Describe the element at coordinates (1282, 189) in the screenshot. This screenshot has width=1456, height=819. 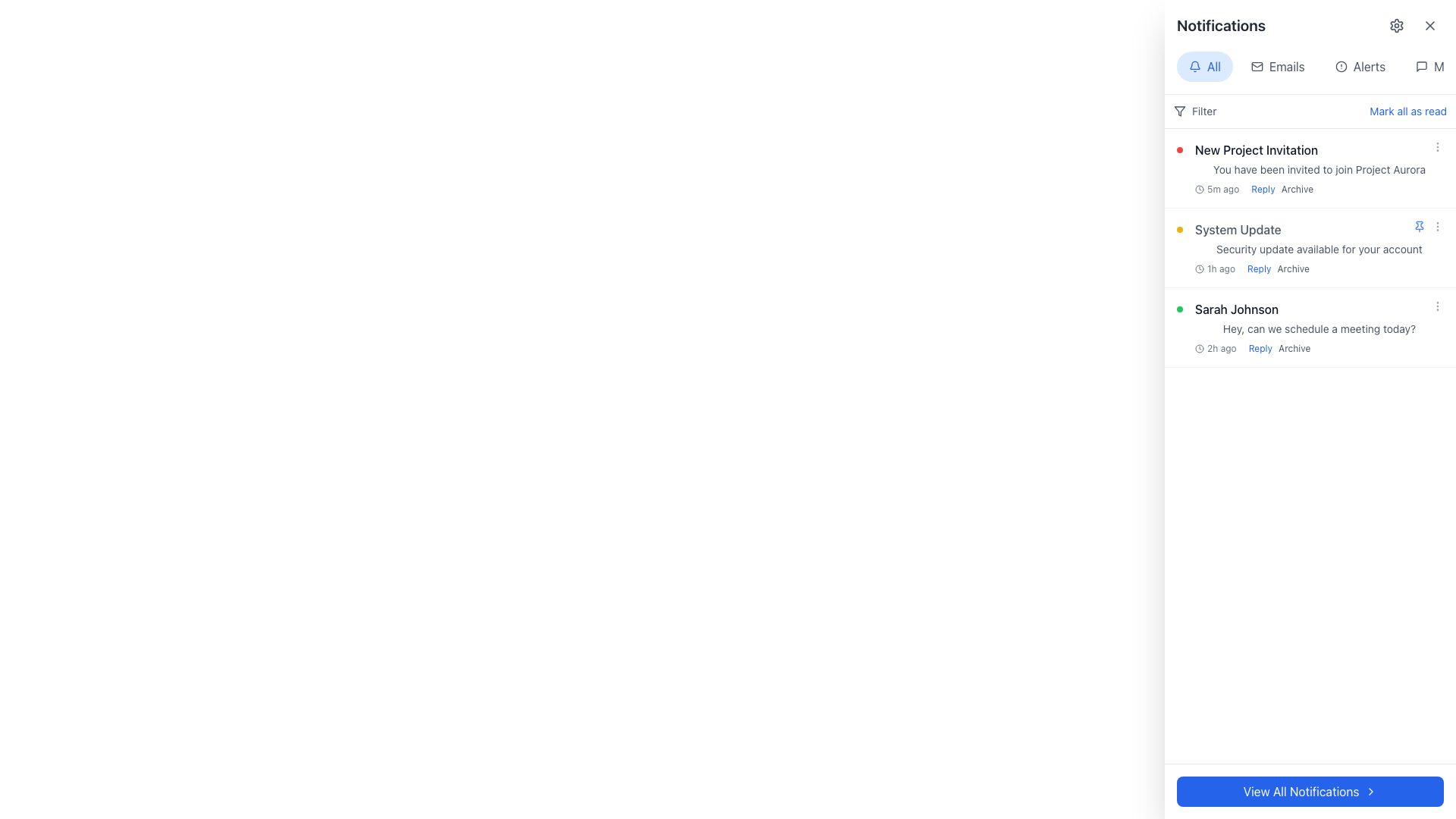
I see `the 'Archive' link, which is styled in gray and located in the notification list below the title 'New Project Invitation'` at that location.